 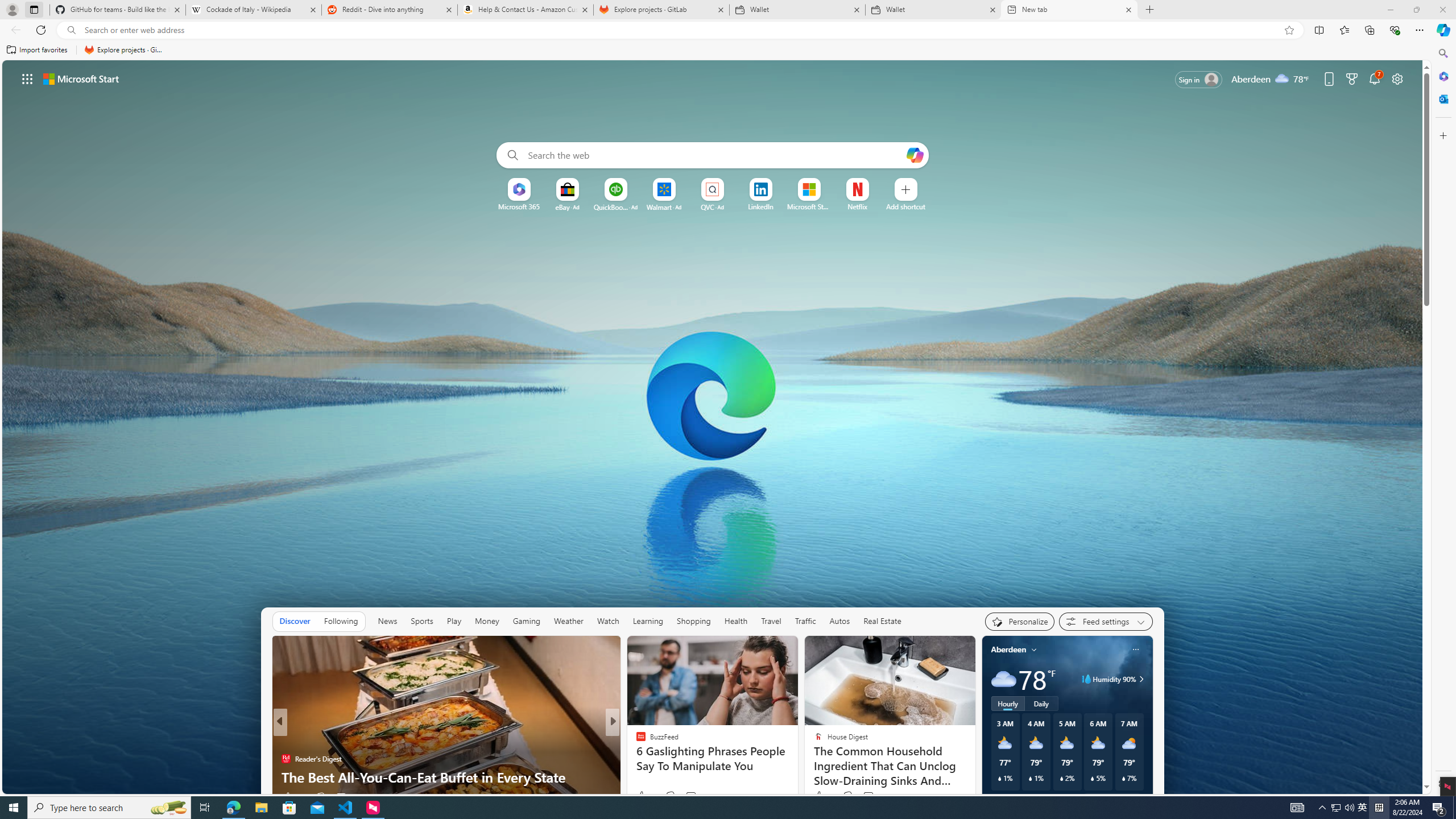 What do you see at coordinates (421, 621) in the screenshot?
I see `'Sports'` at bounding box center [421, 621].